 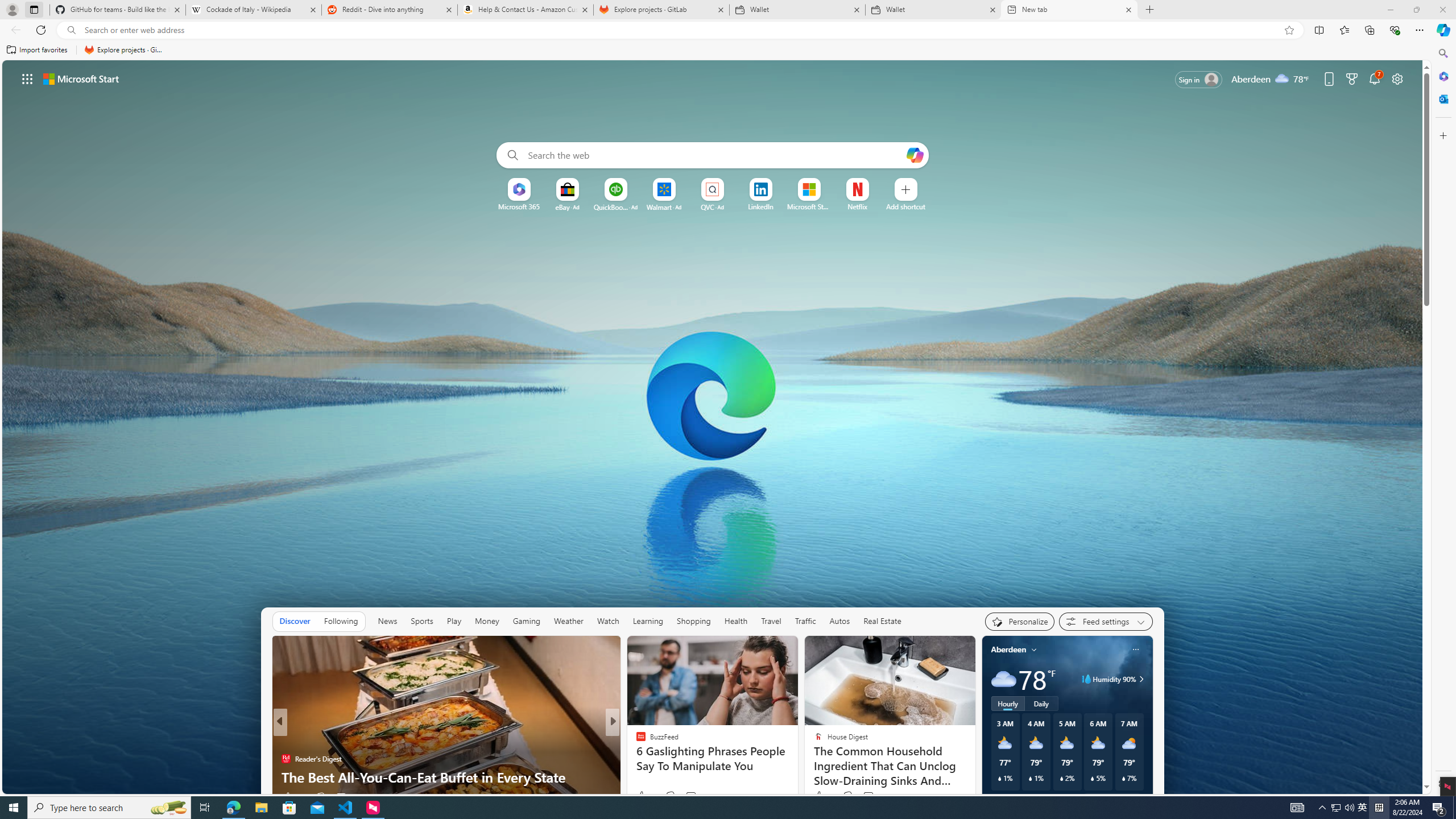 What do you see at coordinates (421, 621) in the screenshot?
I see `'Sports'` at bounding box center [421, 621].